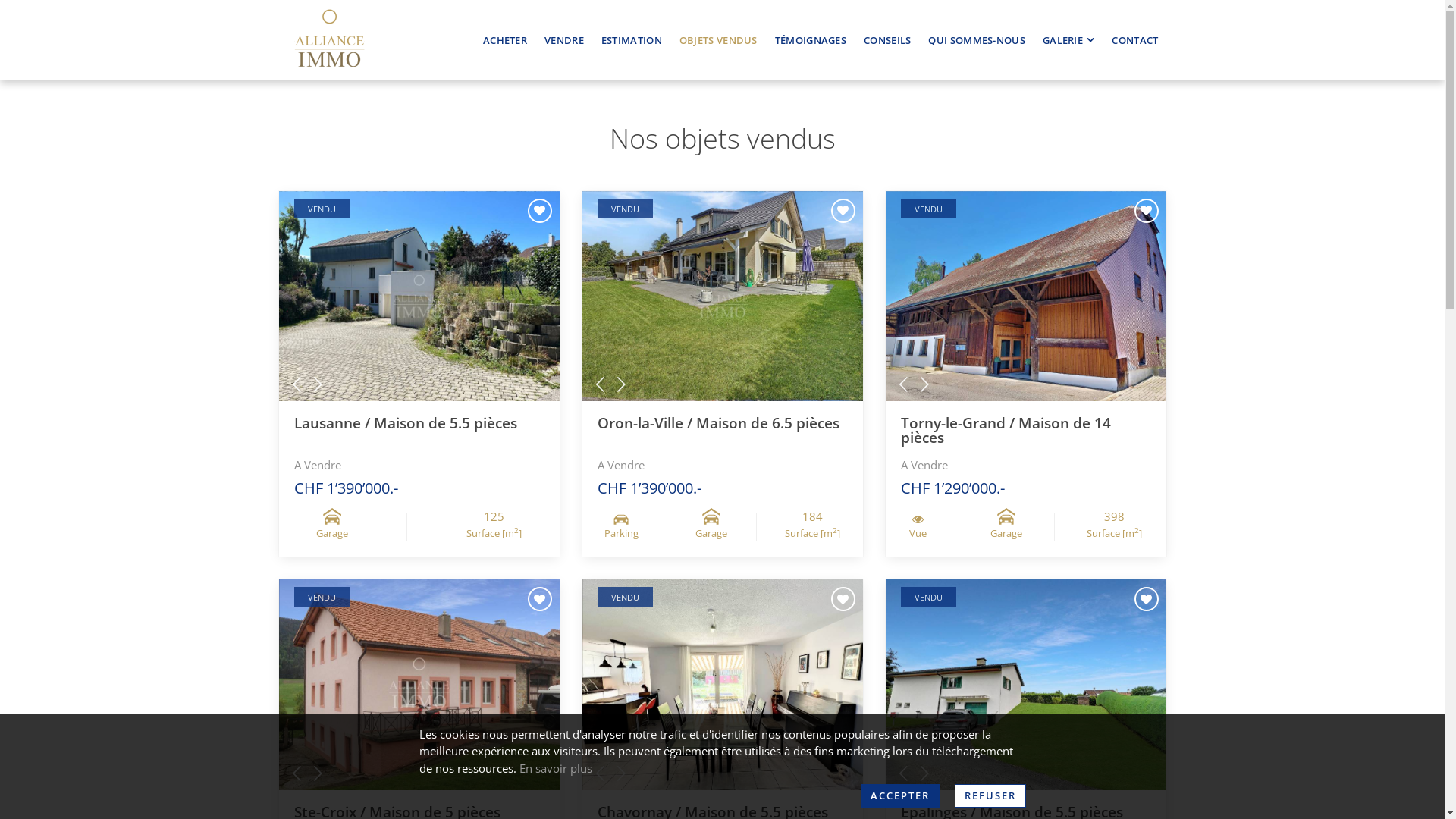  I want to click on 'REFUSER', so click(990, 795).